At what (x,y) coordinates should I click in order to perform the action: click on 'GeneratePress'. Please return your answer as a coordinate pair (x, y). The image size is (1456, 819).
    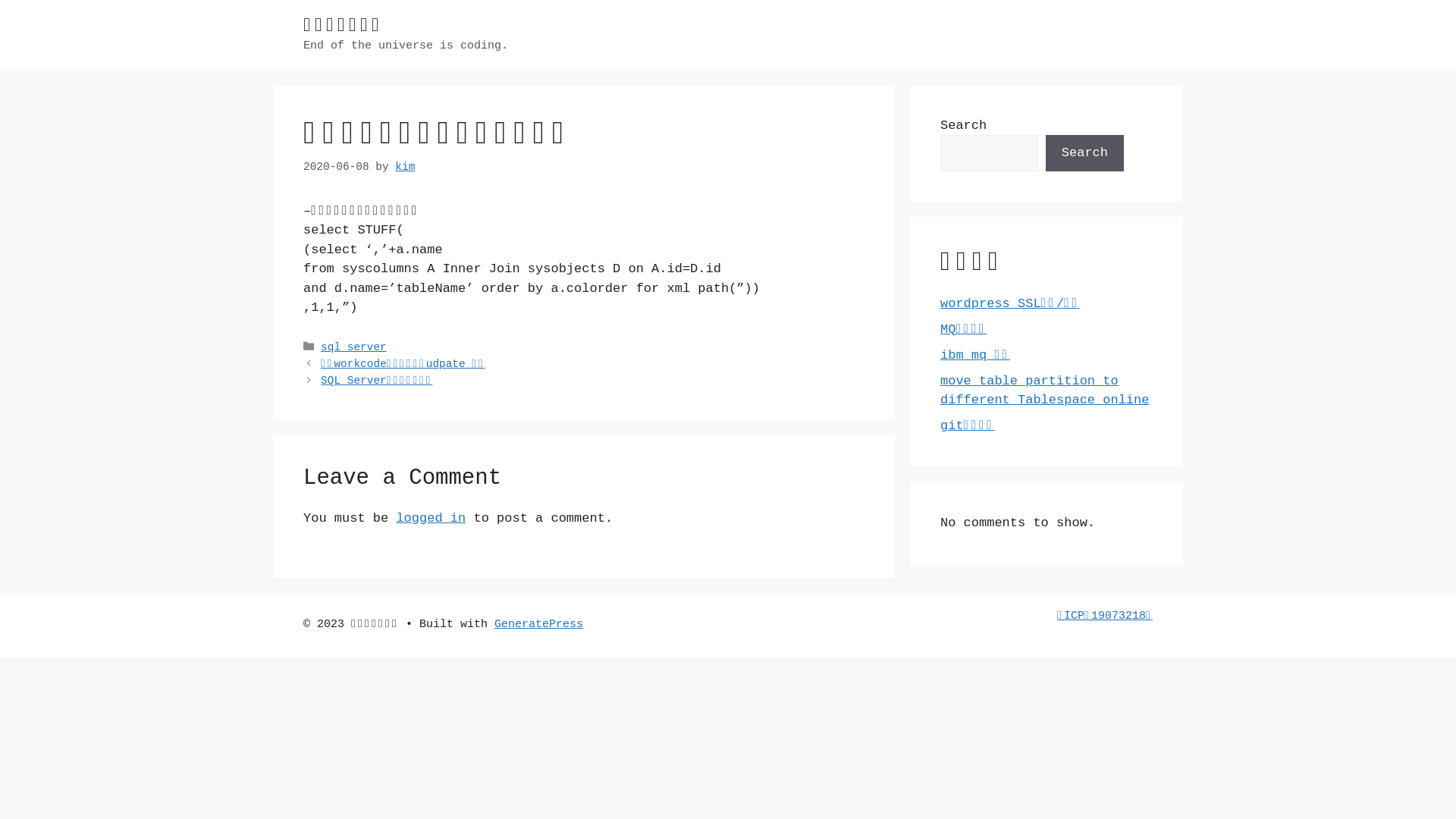
    Looking at the image, I should click on (538, 624).